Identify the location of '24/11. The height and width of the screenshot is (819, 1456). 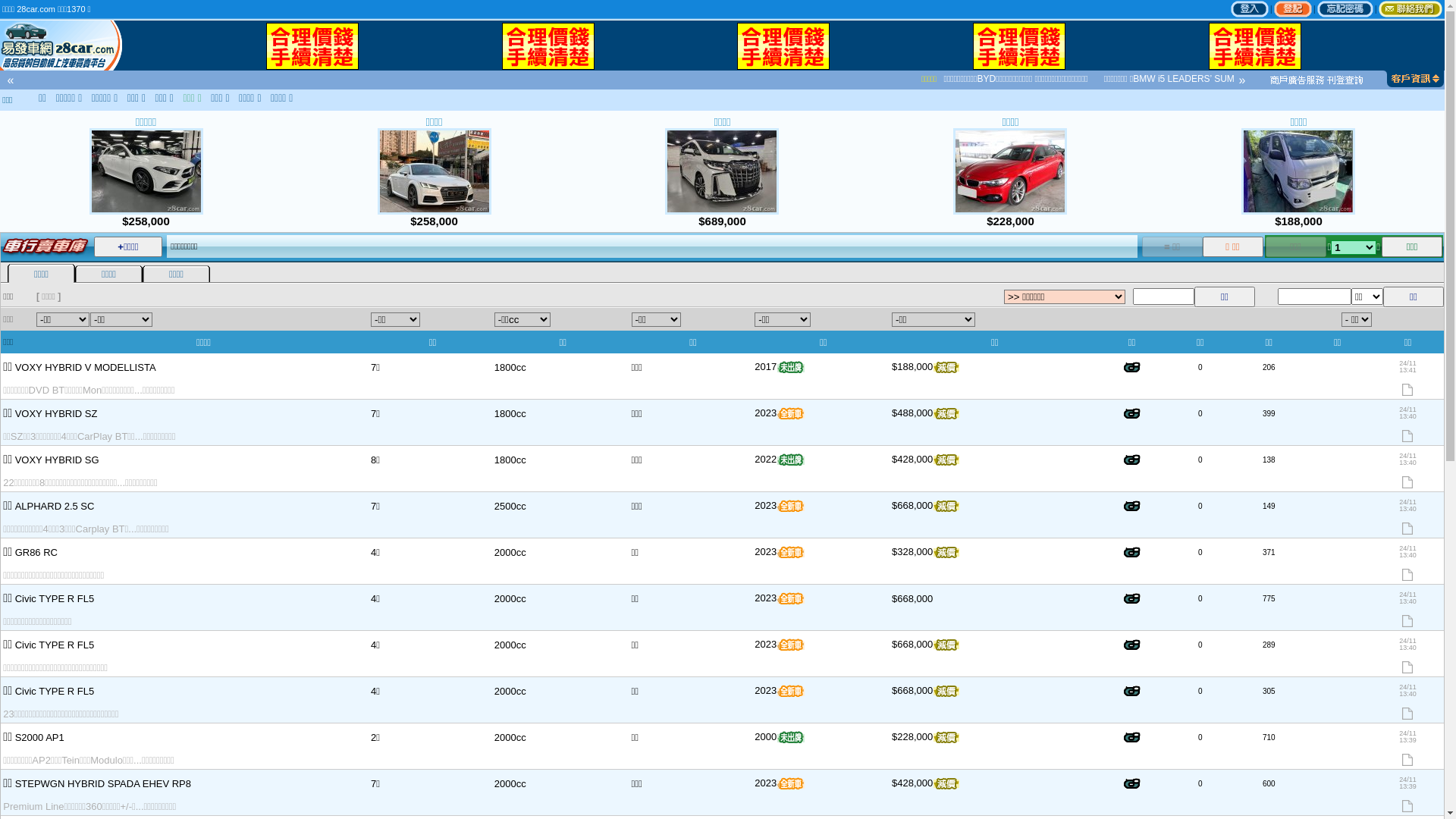
(1372, 467).